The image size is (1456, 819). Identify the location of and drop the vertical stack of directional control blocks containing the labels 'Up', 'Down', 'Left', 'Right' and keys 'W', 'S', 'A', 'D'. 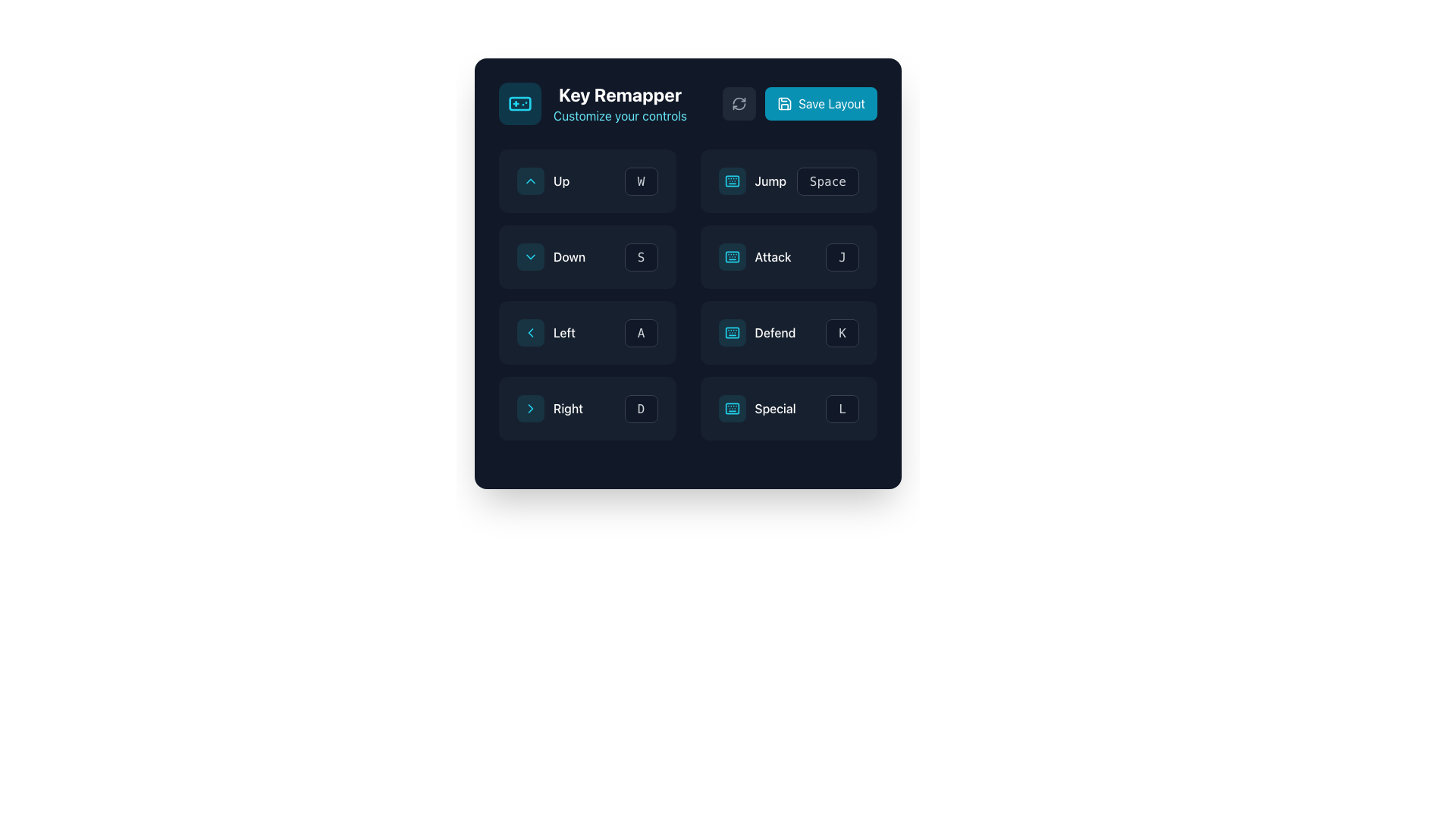
(586, 295).